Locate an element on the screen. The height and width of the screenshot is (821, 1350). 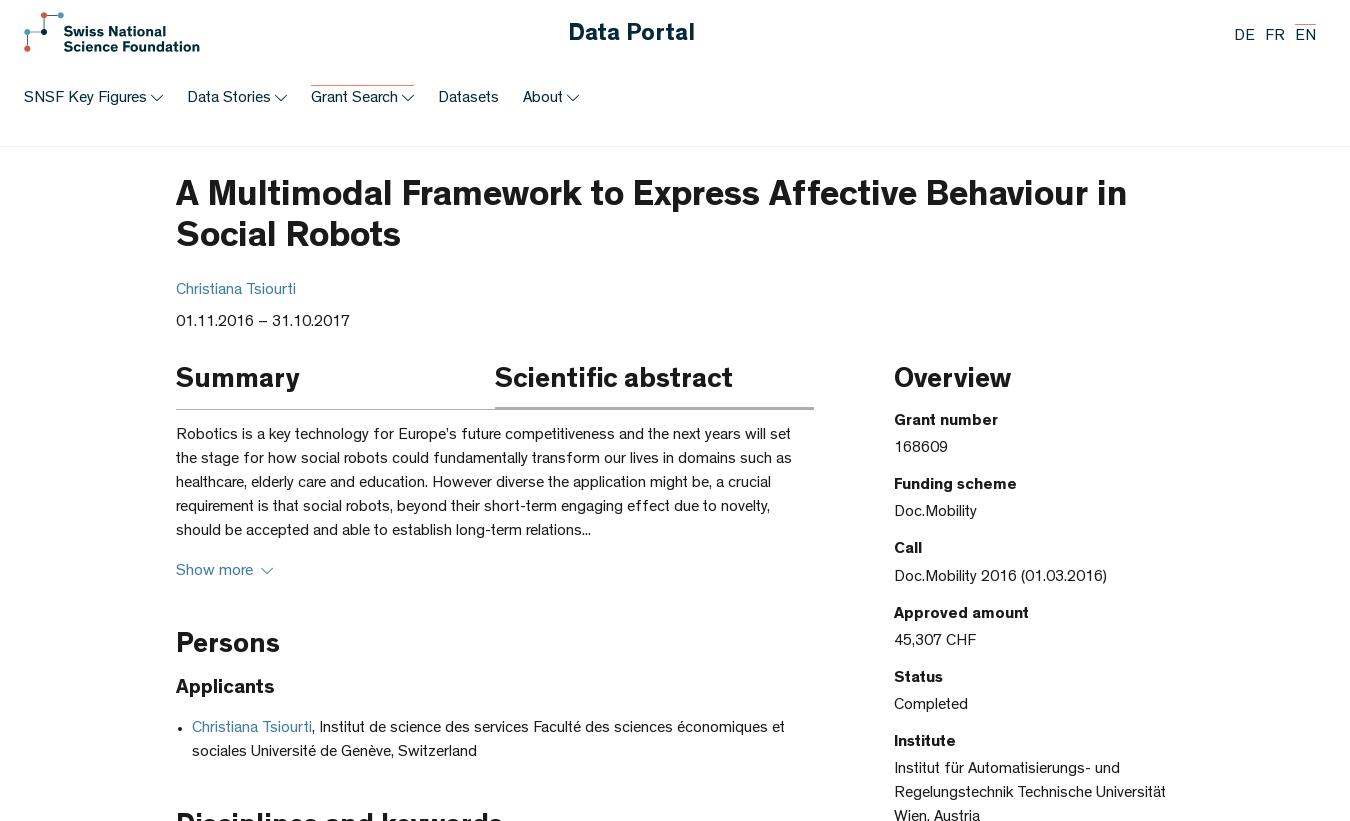
'SNSF Key Figures' is located at coordinates (86, 98).